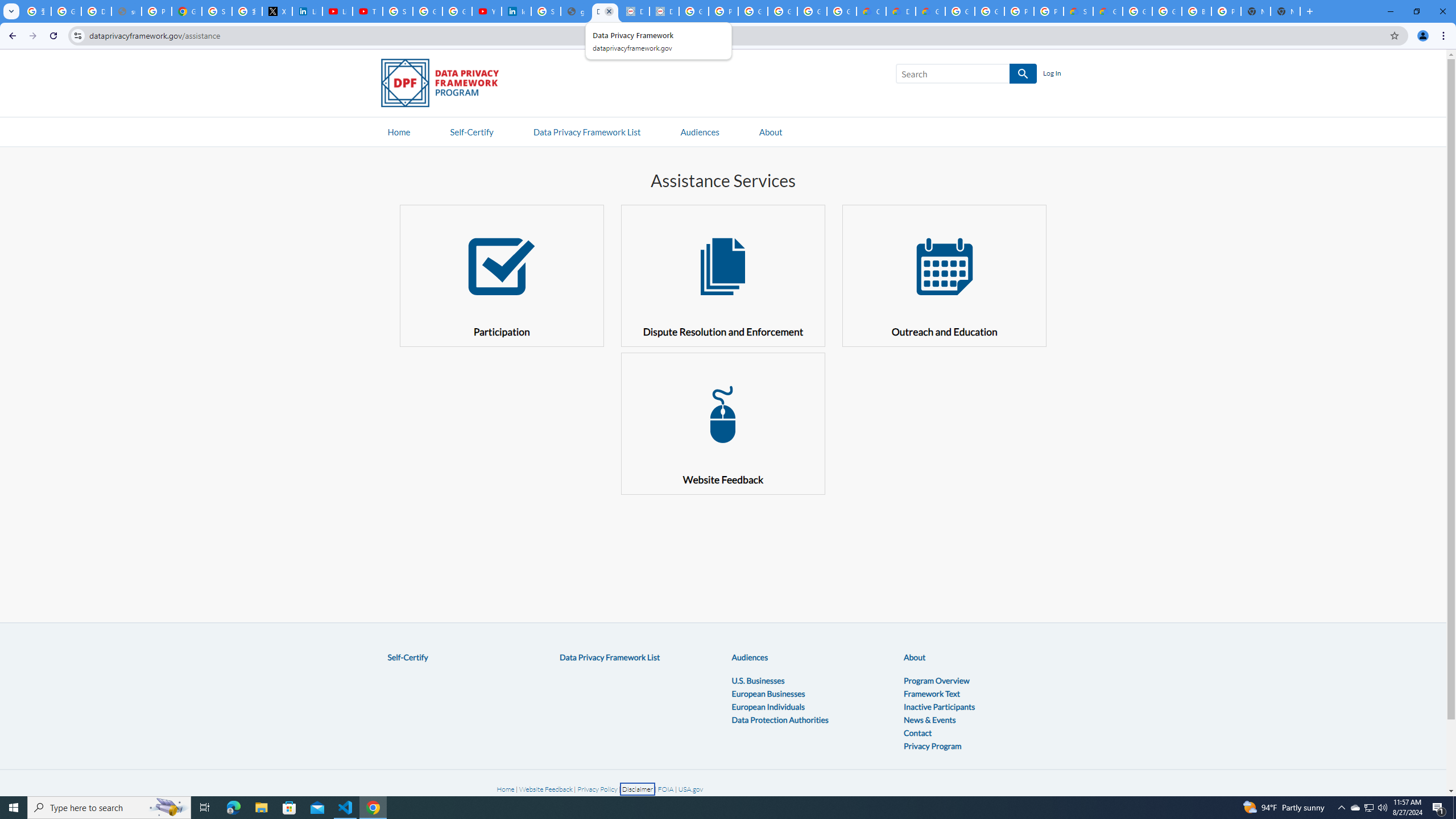 The width and height of the screenshot is (1456, 819). What do you see at coordinates (126, 11) in the screenshot?
I see `'support.google.com - Network error'` at bounding box center [126, 11].